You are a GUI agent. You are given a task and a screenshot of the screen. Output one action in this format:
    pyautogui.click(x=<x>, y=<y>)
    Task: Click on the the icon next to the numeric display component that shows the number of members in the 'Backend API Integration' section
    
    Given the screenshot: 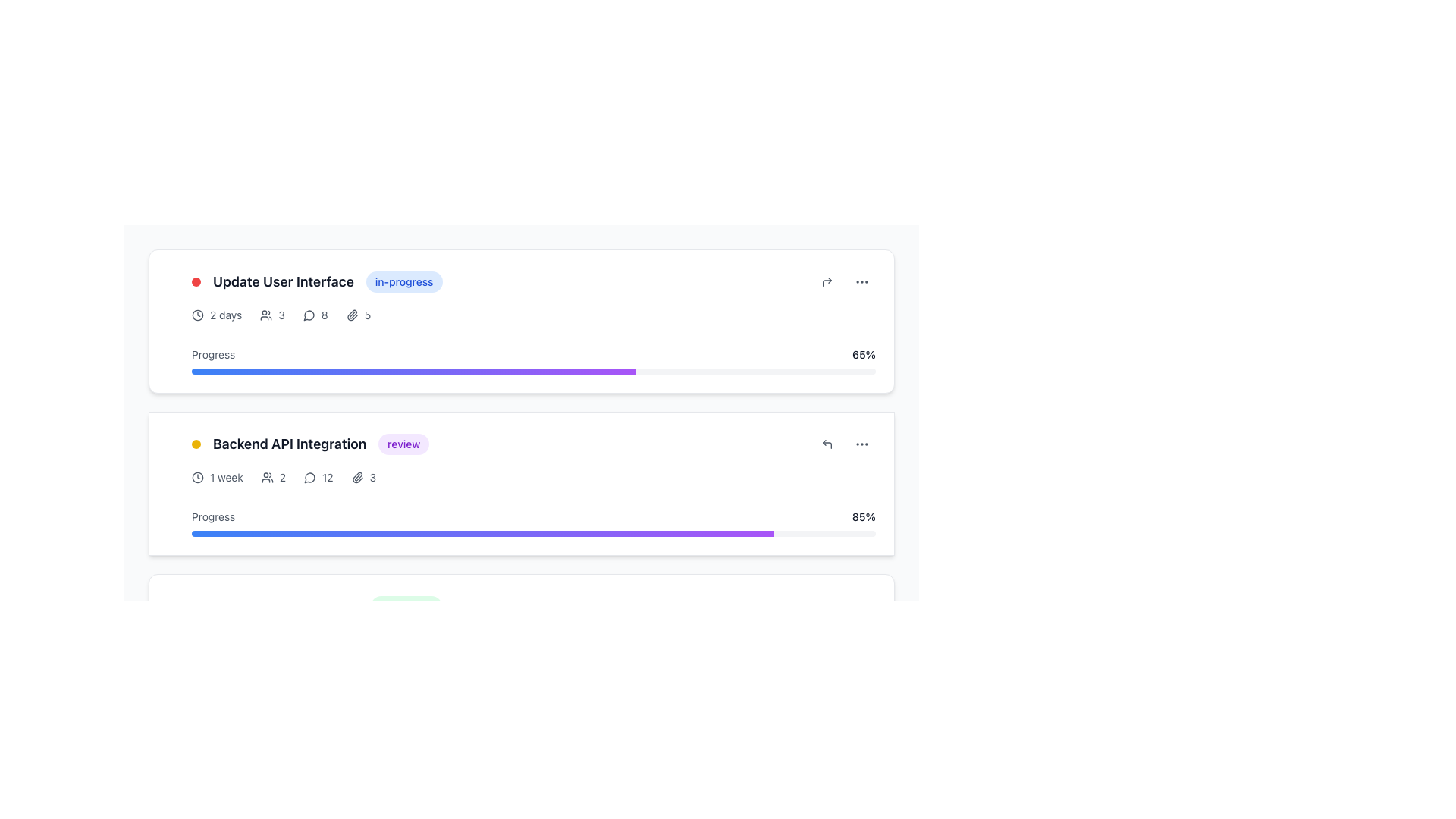 What is the action you would take?
    pyautogui.click(x=273, y=476)
    